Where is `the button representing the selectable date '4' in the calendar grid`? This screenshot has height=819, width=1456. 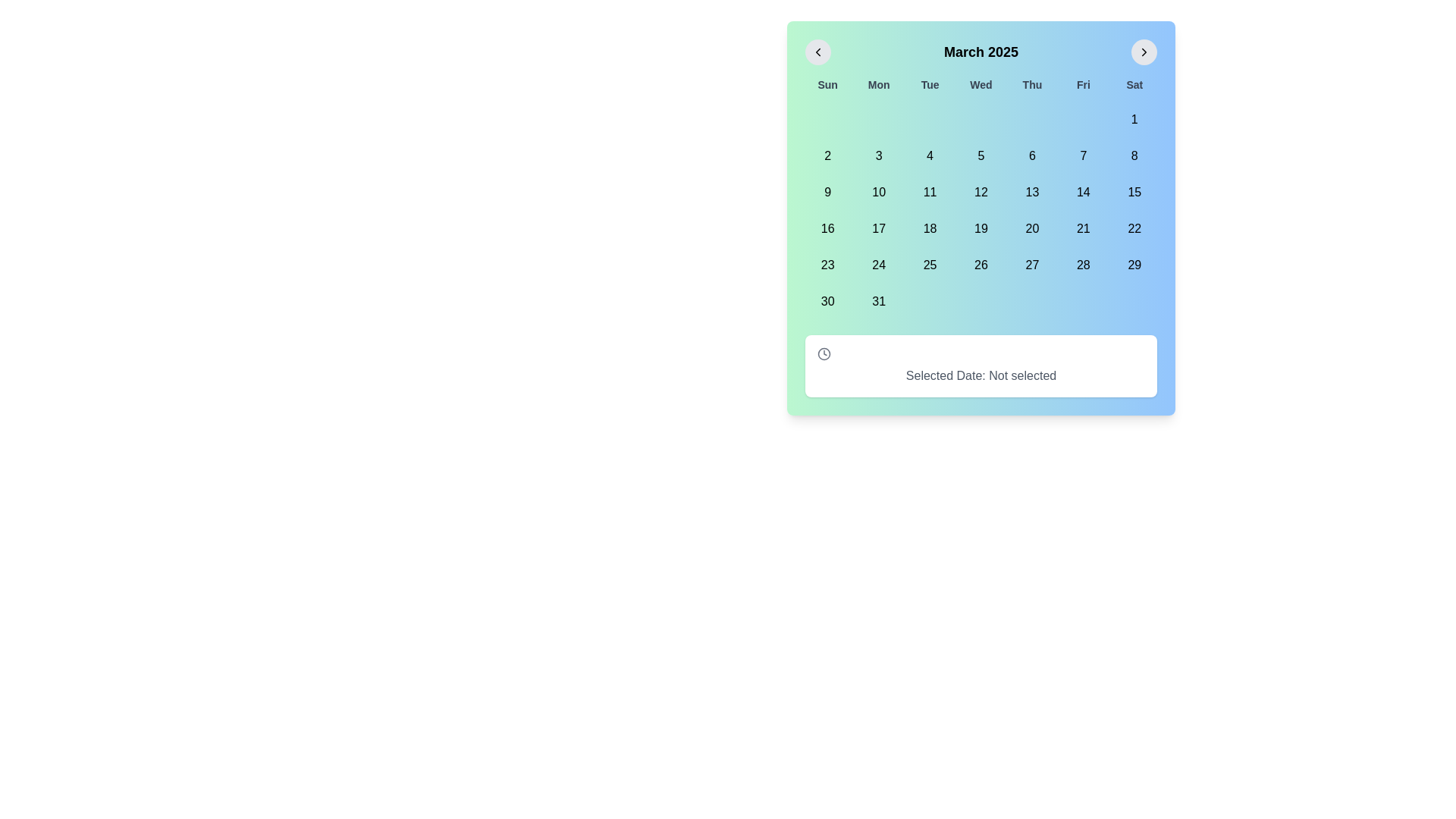 the button representing the selectable date '4' in the calendar grid is located at coordinates (929, 155).